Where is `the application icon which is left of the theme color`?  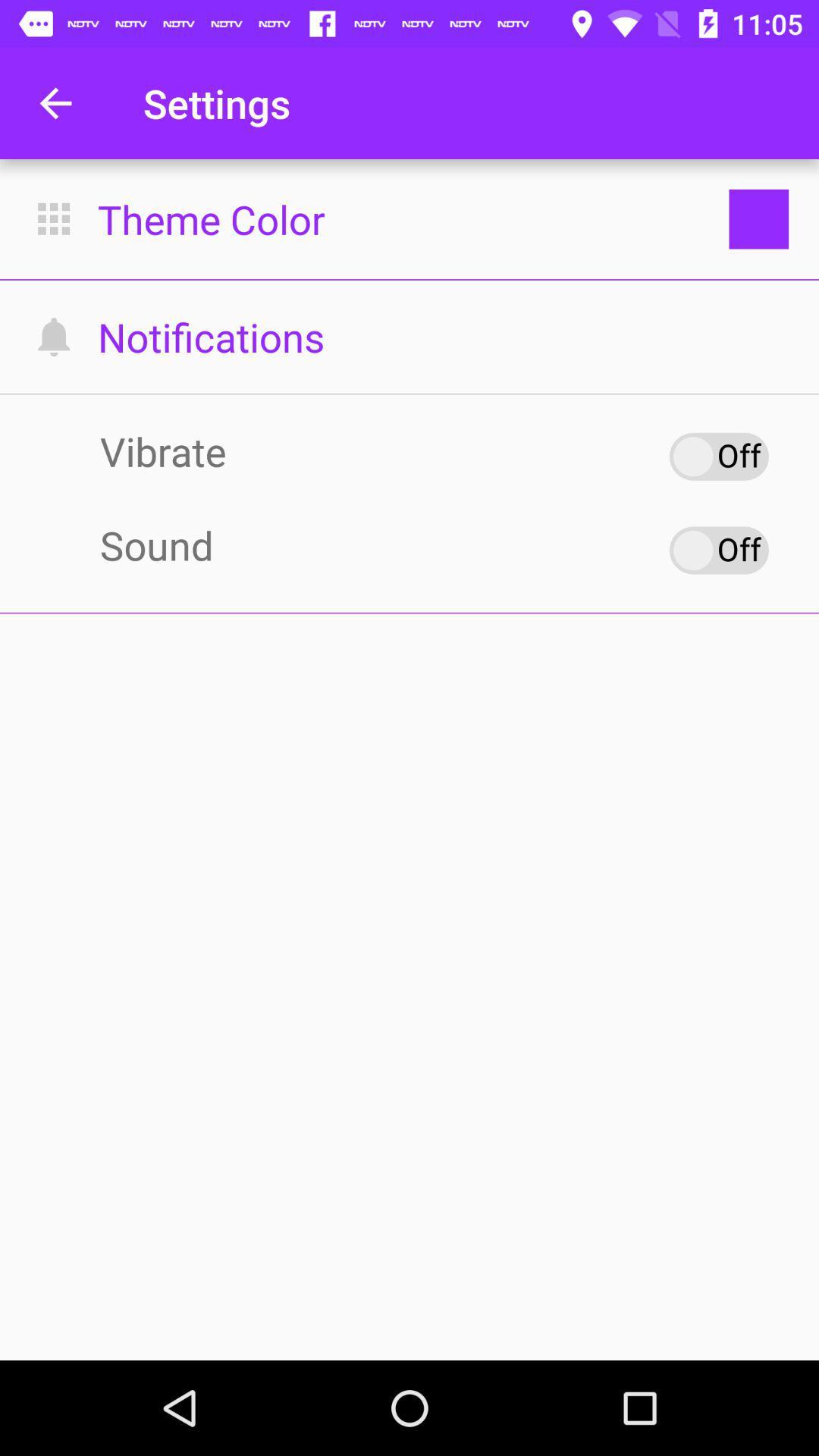
the application icon which is left of the theme color is located at coordinates (53, 218).